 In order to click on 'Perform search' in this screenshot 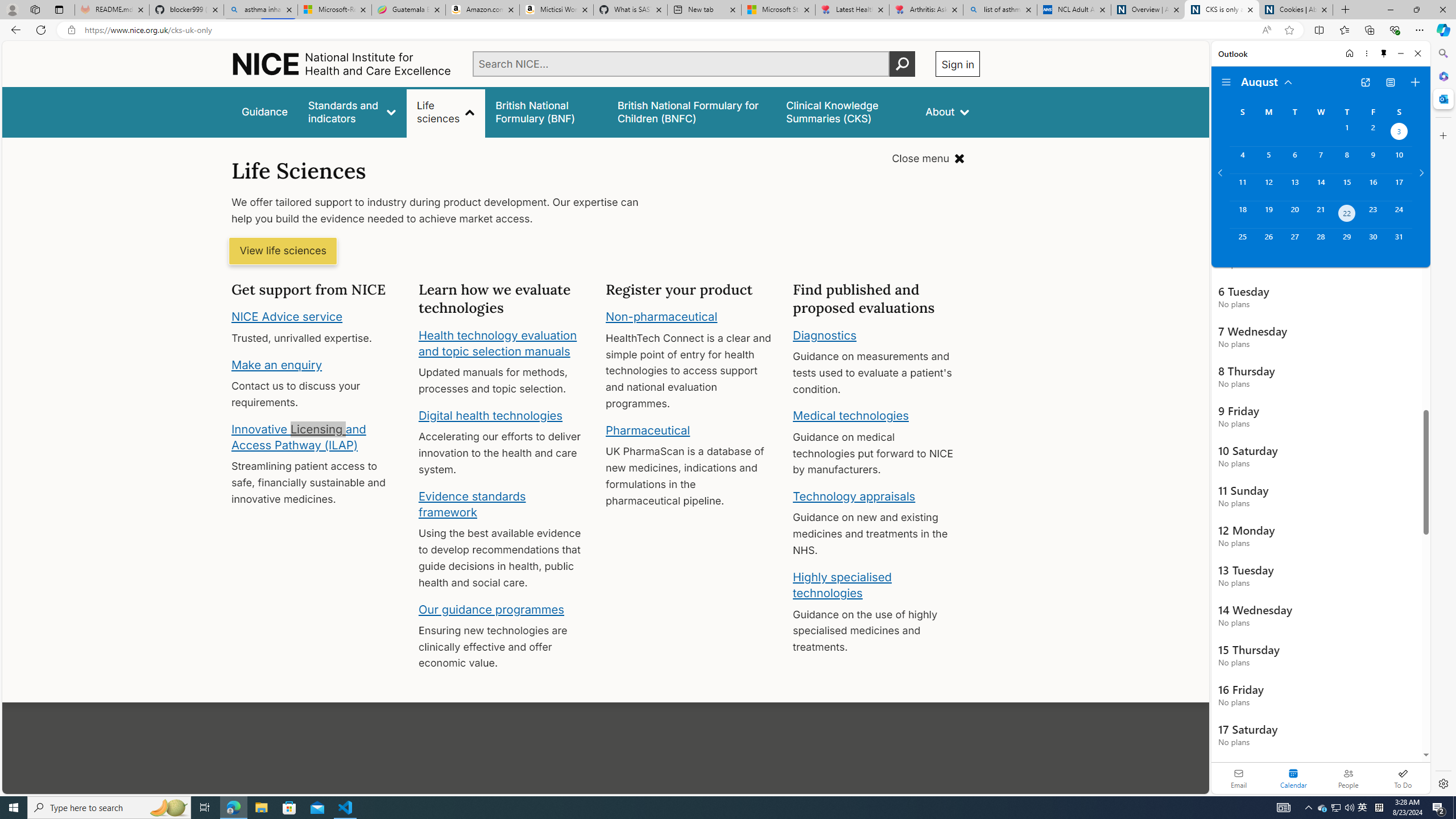, I will do `click(902, 63)`.